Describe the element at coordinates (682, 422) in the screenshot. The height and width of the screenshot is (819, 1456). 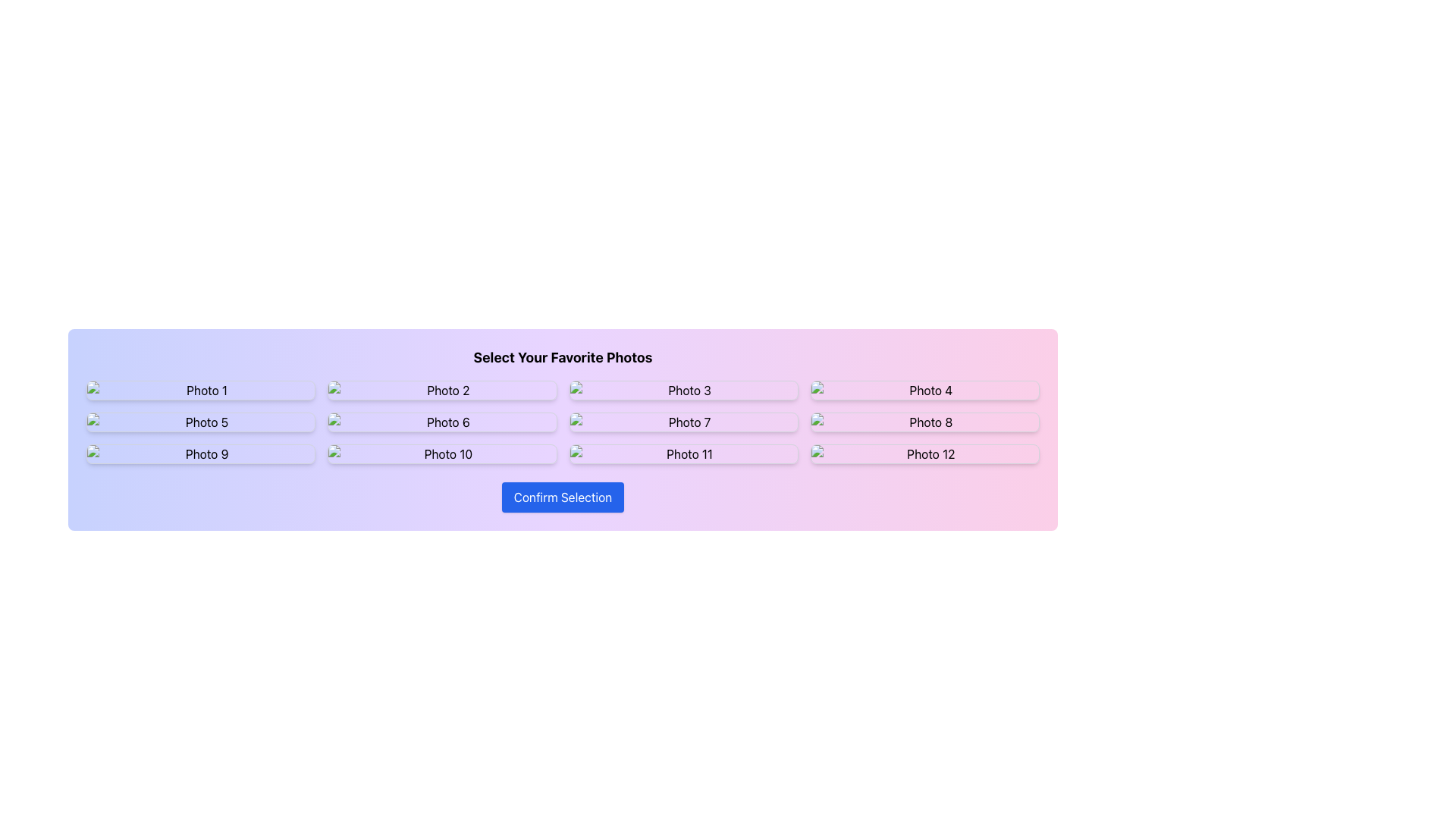
I see `the Image Placeholder labeled 'Photo 7', which is a rectangular element in a grid layout, positioned as the seventh item in the grid` at that location.